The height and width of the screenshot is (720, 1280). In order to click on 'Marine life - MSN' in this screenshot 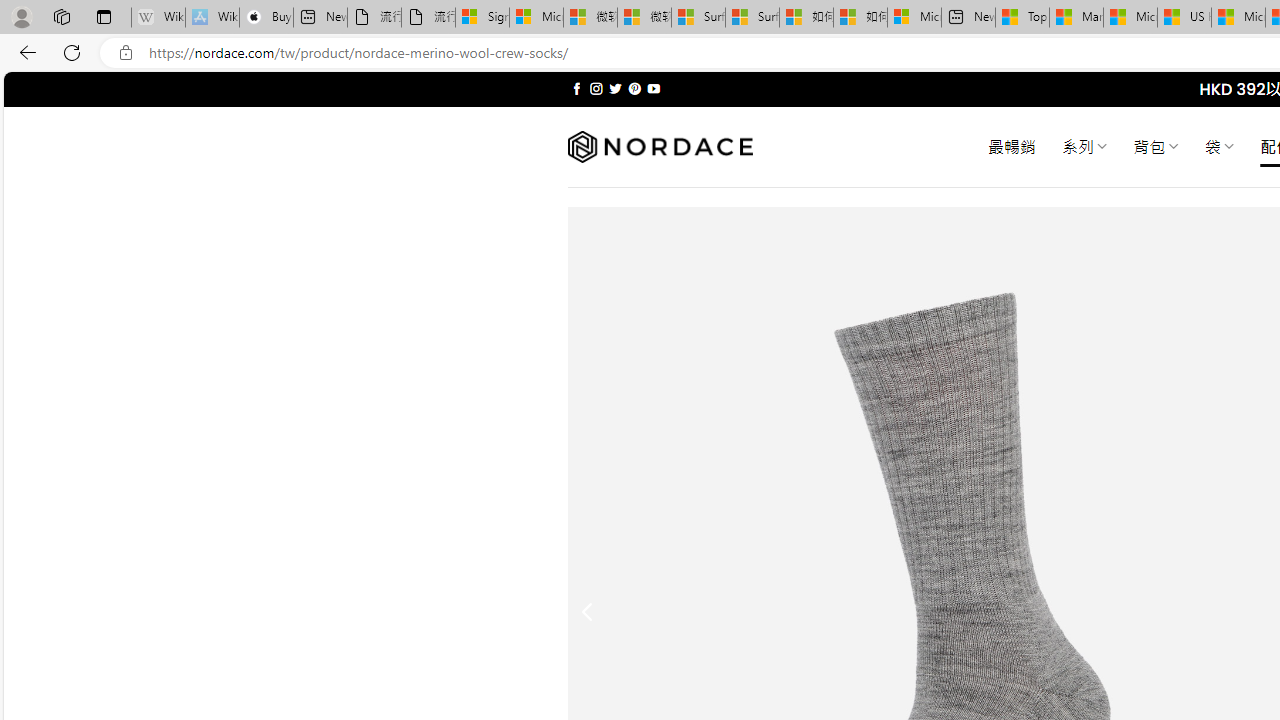, I will do `click(1075, 17)`.